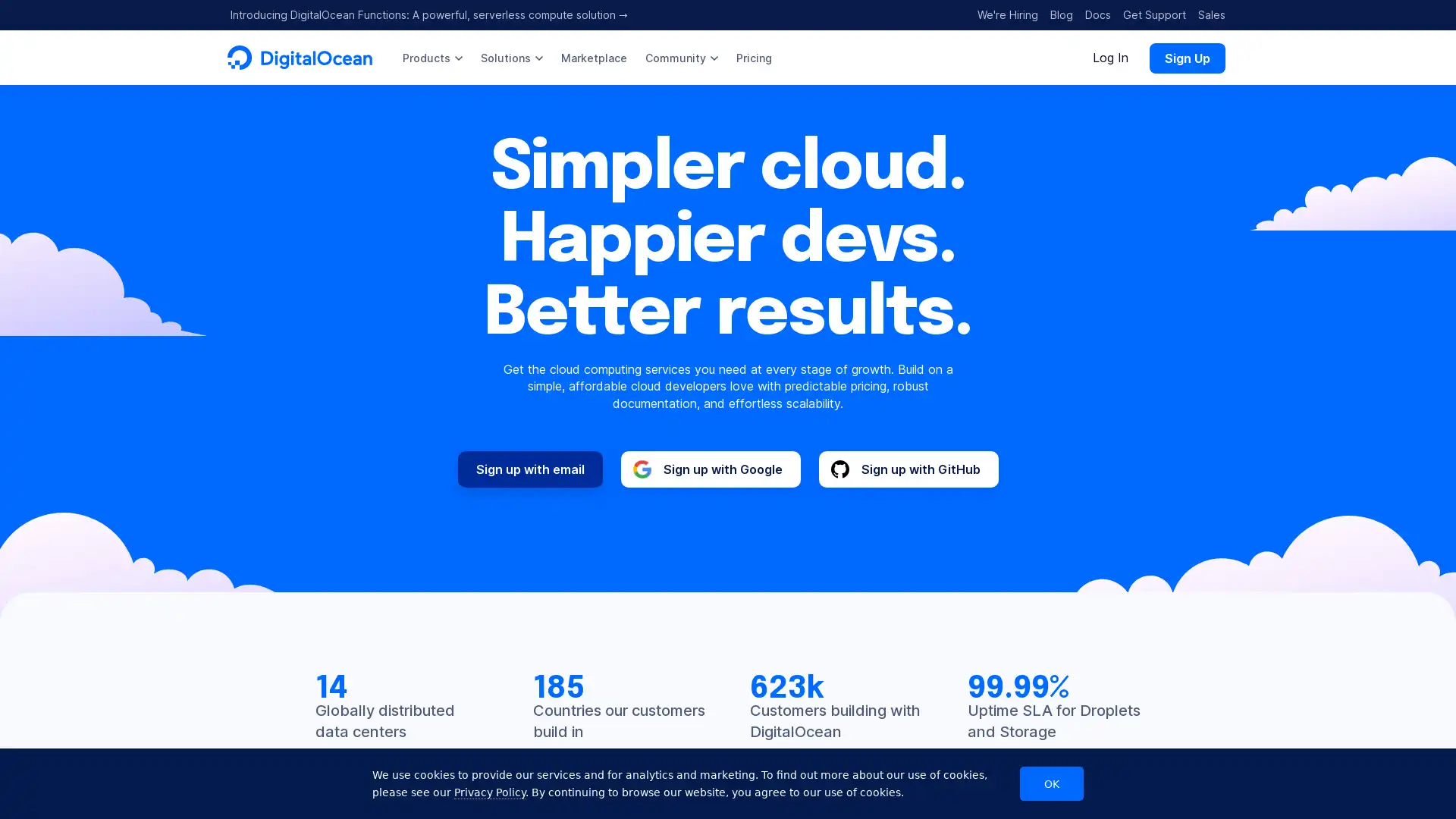 The image size is (1456, 819). What do you see at coordinates (1186, 57) in the screenshot?
I see `Sign Up` at bounding box center [1186, 57].